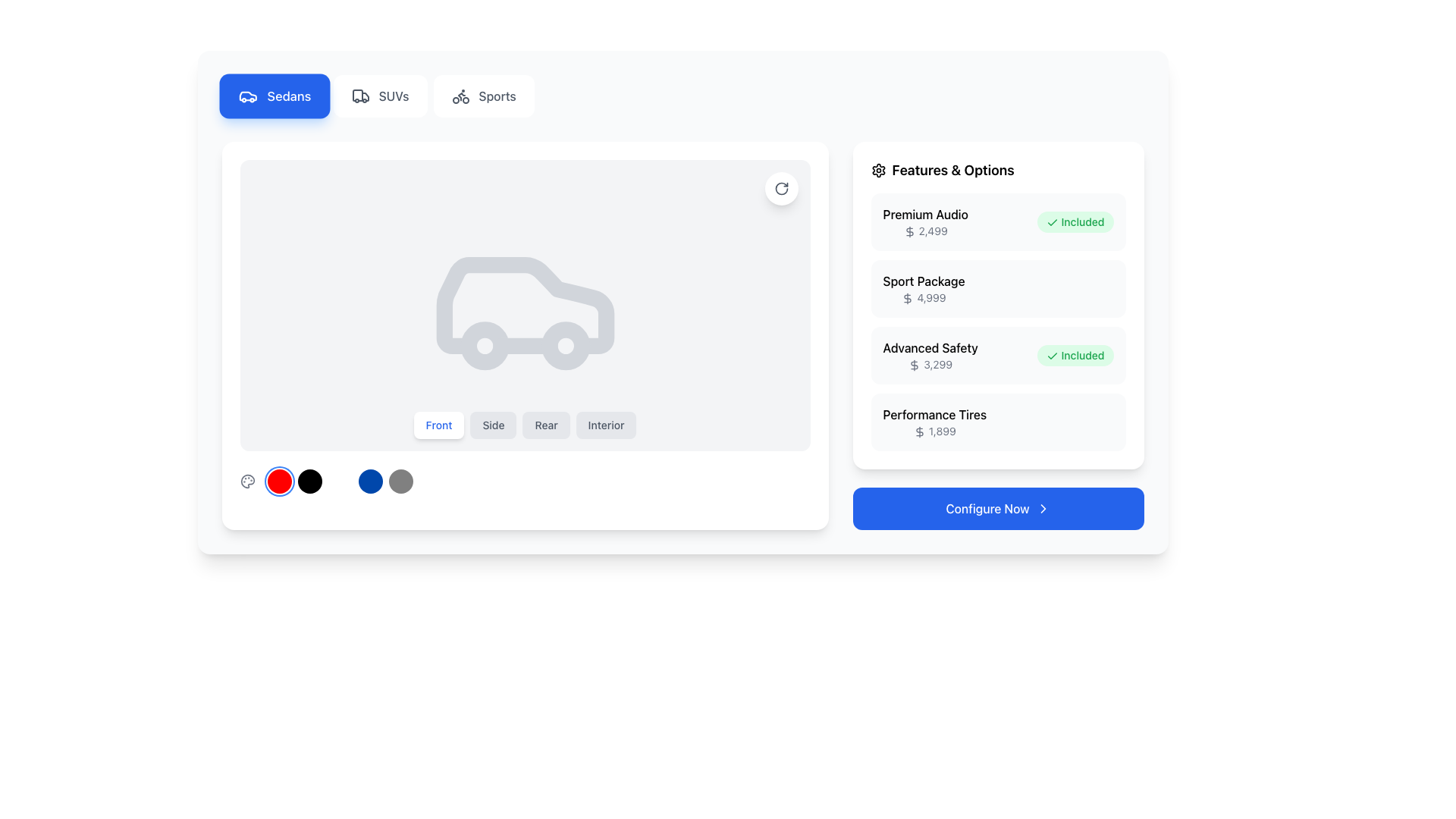 The width and height of the screenshot is (1456, 819). What do you see at coordinates (483, 96) in the screenshot?
I see `the 'Sports' category button, which is the third button in a horizontal group of options located at the top center of the interface` at bounding box center [483, 96].